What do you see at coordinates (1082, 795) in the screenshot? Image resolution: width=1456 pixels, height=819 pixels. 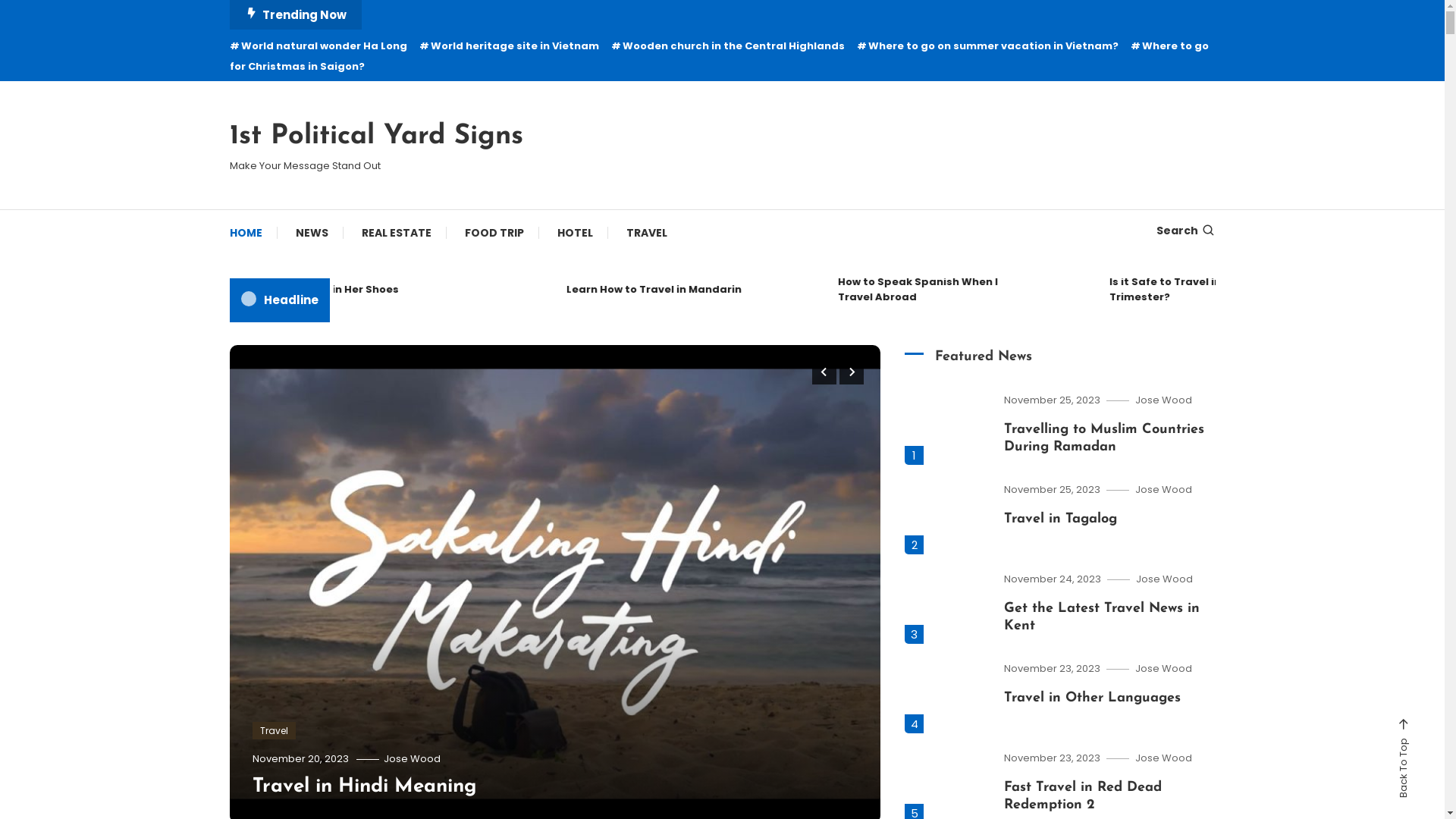 I see `'Fast Travel in Red Dead Redemption 2'` at bounding box center [1082, 795].